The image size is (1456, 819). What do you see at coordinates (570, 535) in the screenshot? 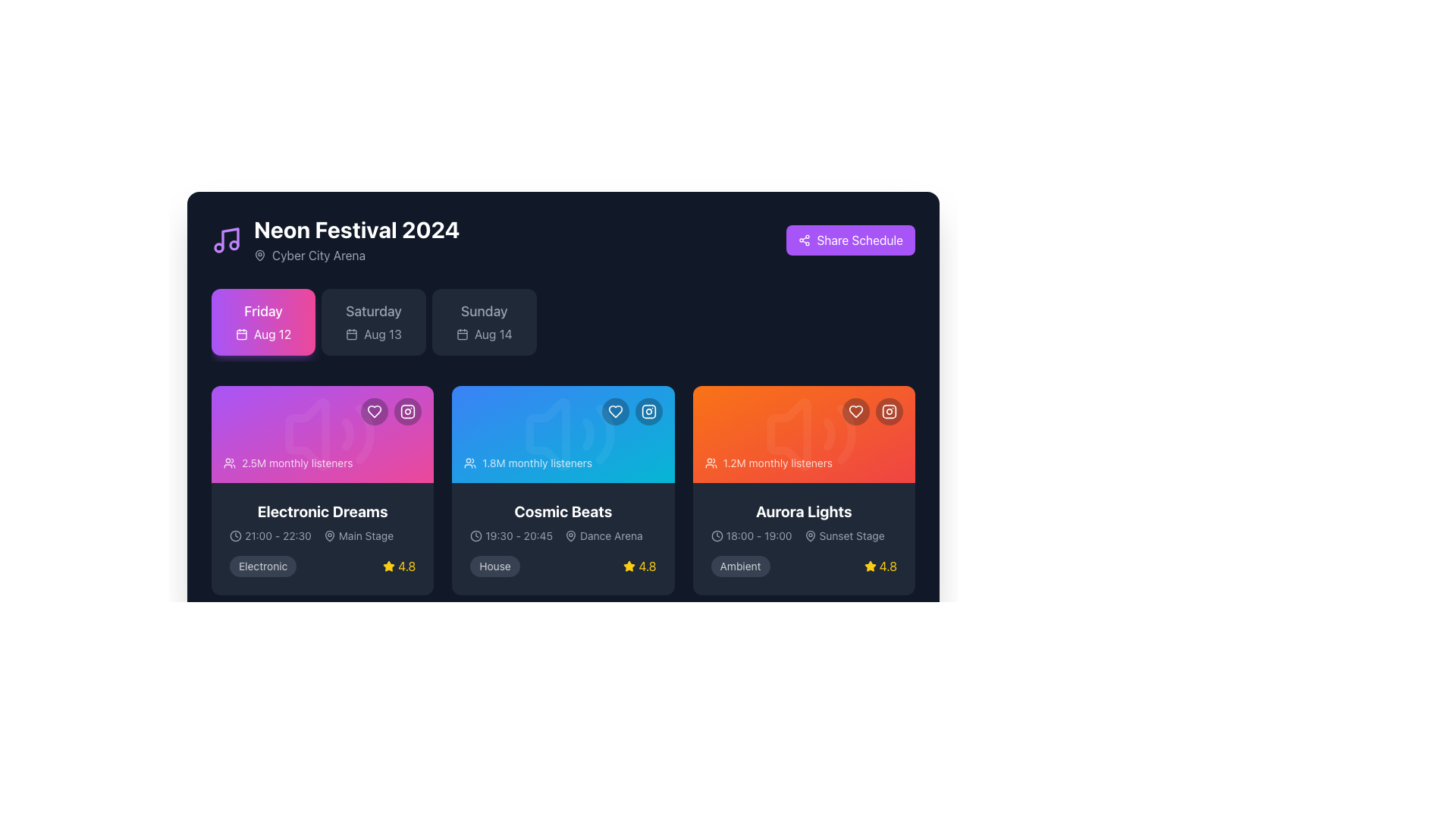
I see `the map pin icon located to the left of the 'Dance Arena' text for the 'Cosmic Beats' event` at bounding box center [570, 535].